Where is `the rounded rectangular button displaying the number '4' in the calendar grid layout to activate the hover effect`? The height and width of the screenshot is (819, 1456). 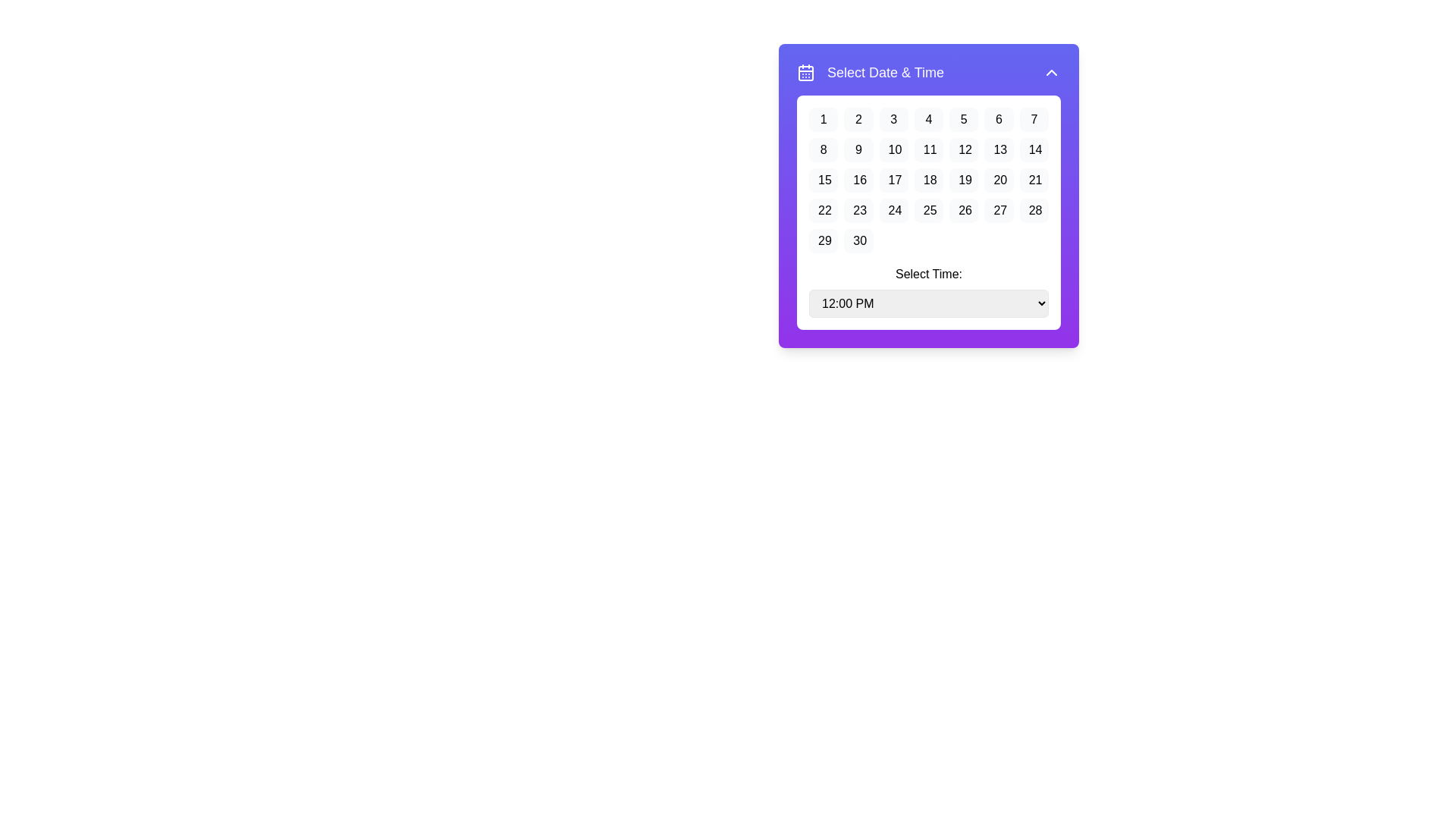
the rounded rectangular button displaying the number '4' in the calendar grid layout to activate the hover effect is located at coordinates (927, 119).